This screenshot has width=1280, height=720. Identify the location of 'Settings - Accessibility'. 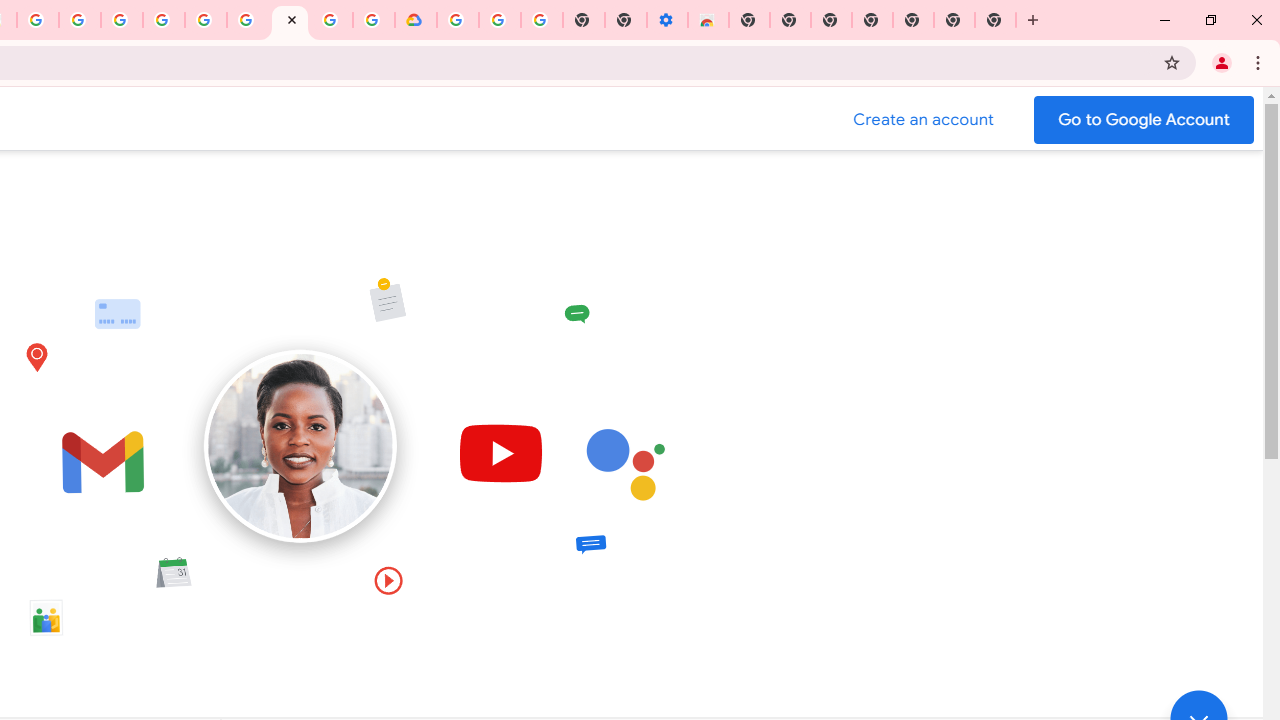
(667, 20).